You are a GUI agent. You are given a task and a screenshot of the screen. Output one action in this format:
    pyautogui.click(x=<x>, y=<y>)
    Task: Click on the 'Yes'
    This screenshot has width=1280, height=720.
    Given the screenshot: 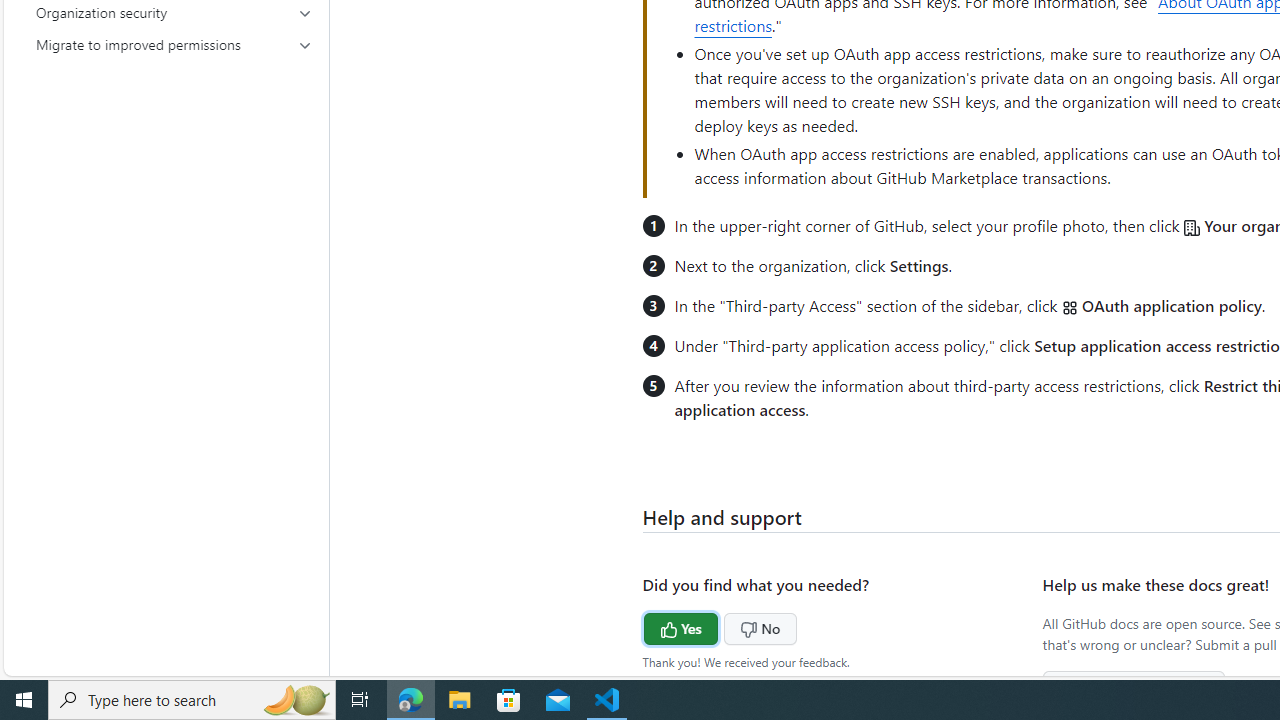 What is the action you would take?
    pyautogui.click(x=643, y=625)
    